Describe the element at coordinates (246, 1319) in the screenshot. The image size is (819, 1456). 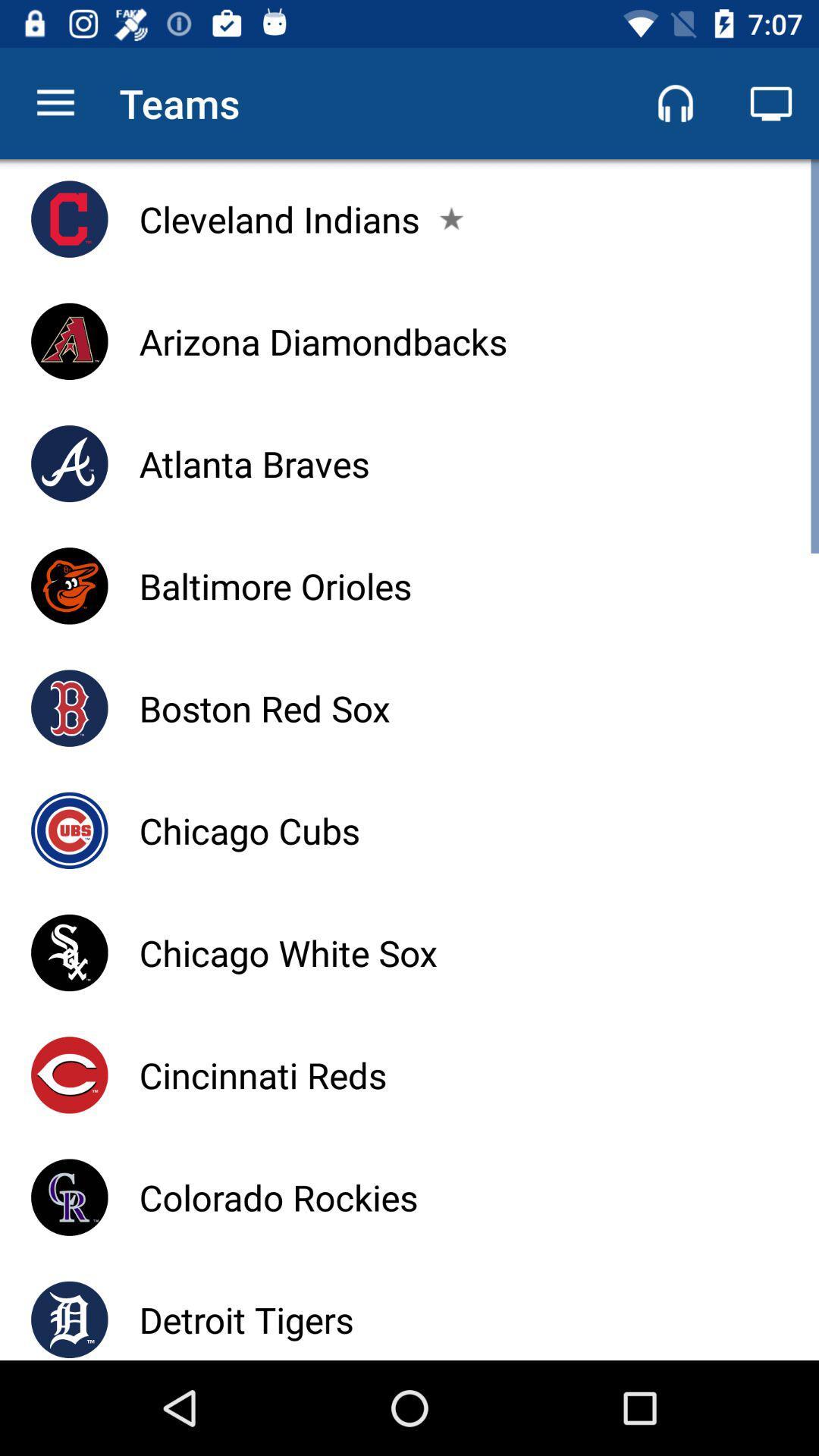
I see `the detroit tigers icon` at that location.